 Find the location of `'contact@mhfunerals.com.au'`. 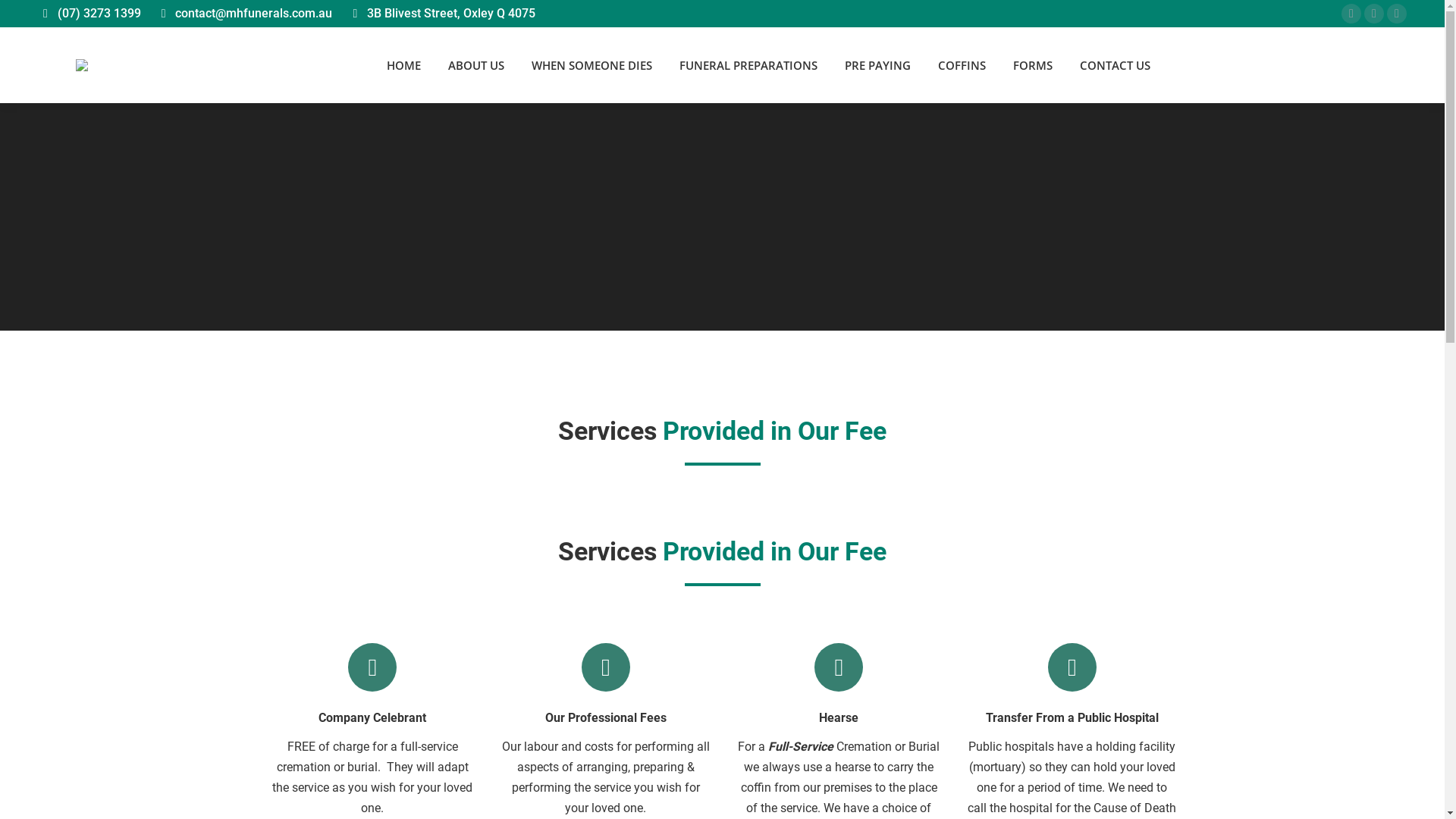

'contact@mhfunerals.com.au' is located at coordinates (253, 14).